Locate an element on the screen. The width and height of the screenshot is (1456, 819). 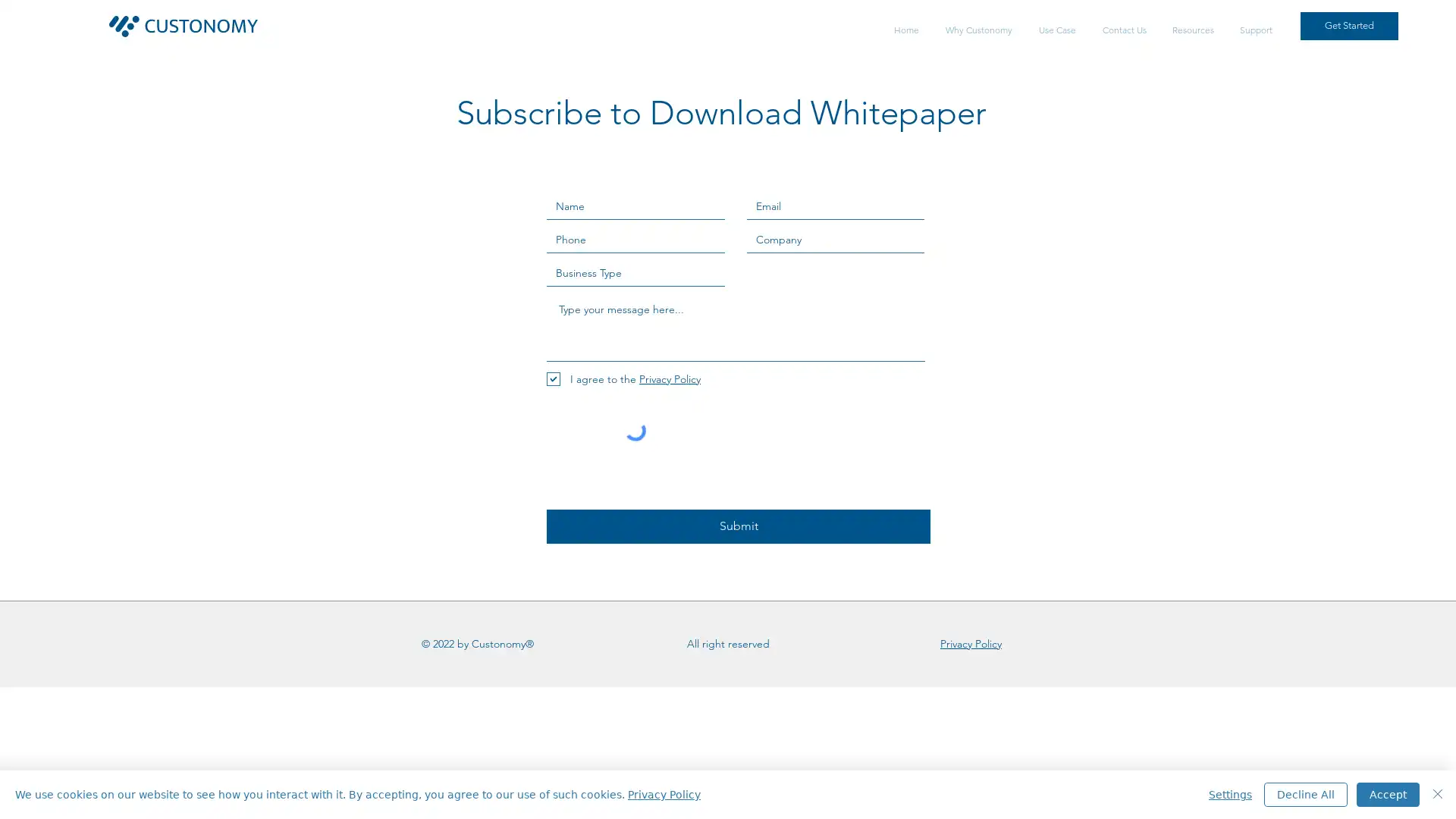
Close is located at coordinates (1437, 794).